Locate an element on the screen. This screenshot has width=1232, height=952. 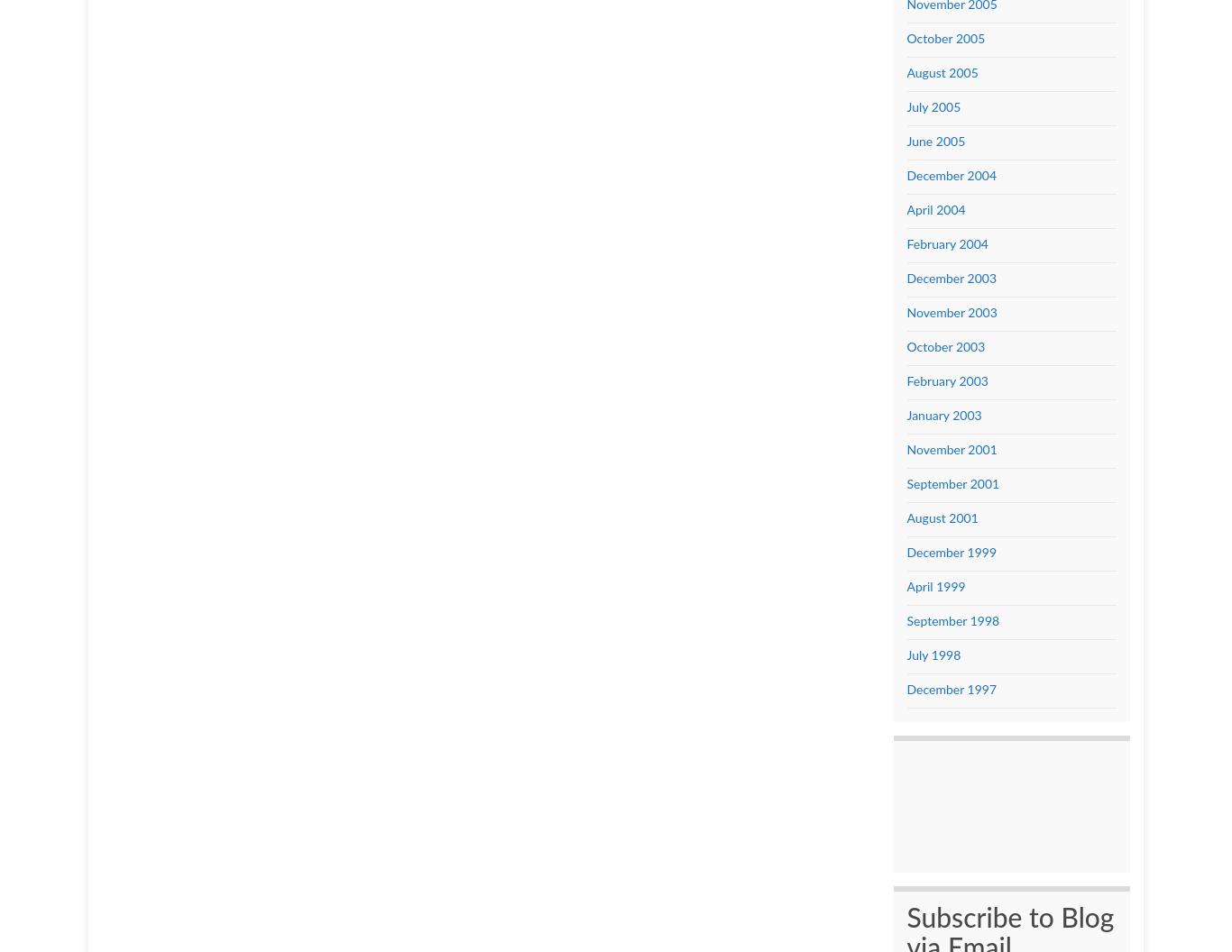
'December 1999' is located at coordinates (950, 552).